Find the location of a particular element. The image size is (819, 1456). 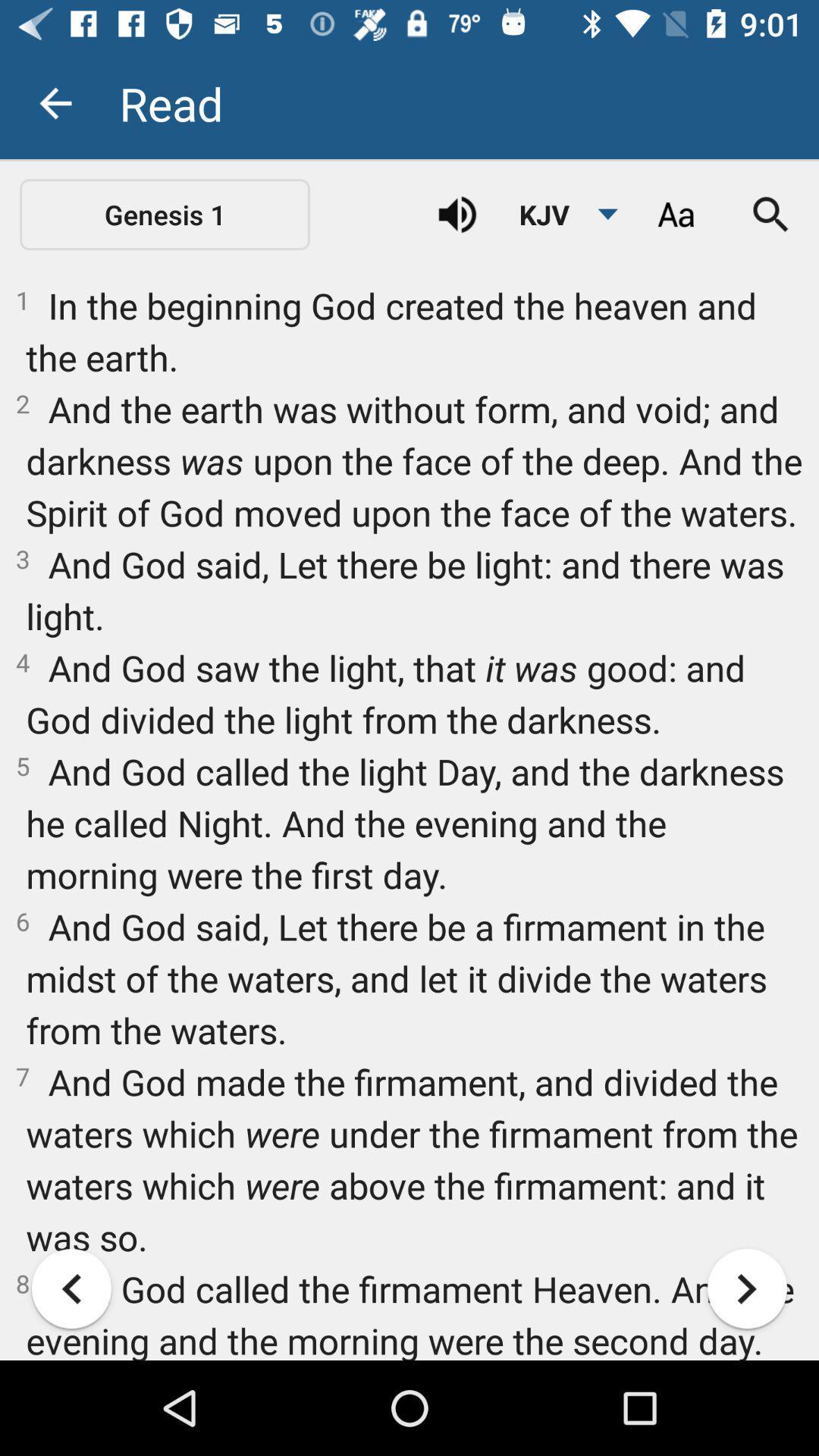

icon to the right of kjv is located at coordinates (675, 214).